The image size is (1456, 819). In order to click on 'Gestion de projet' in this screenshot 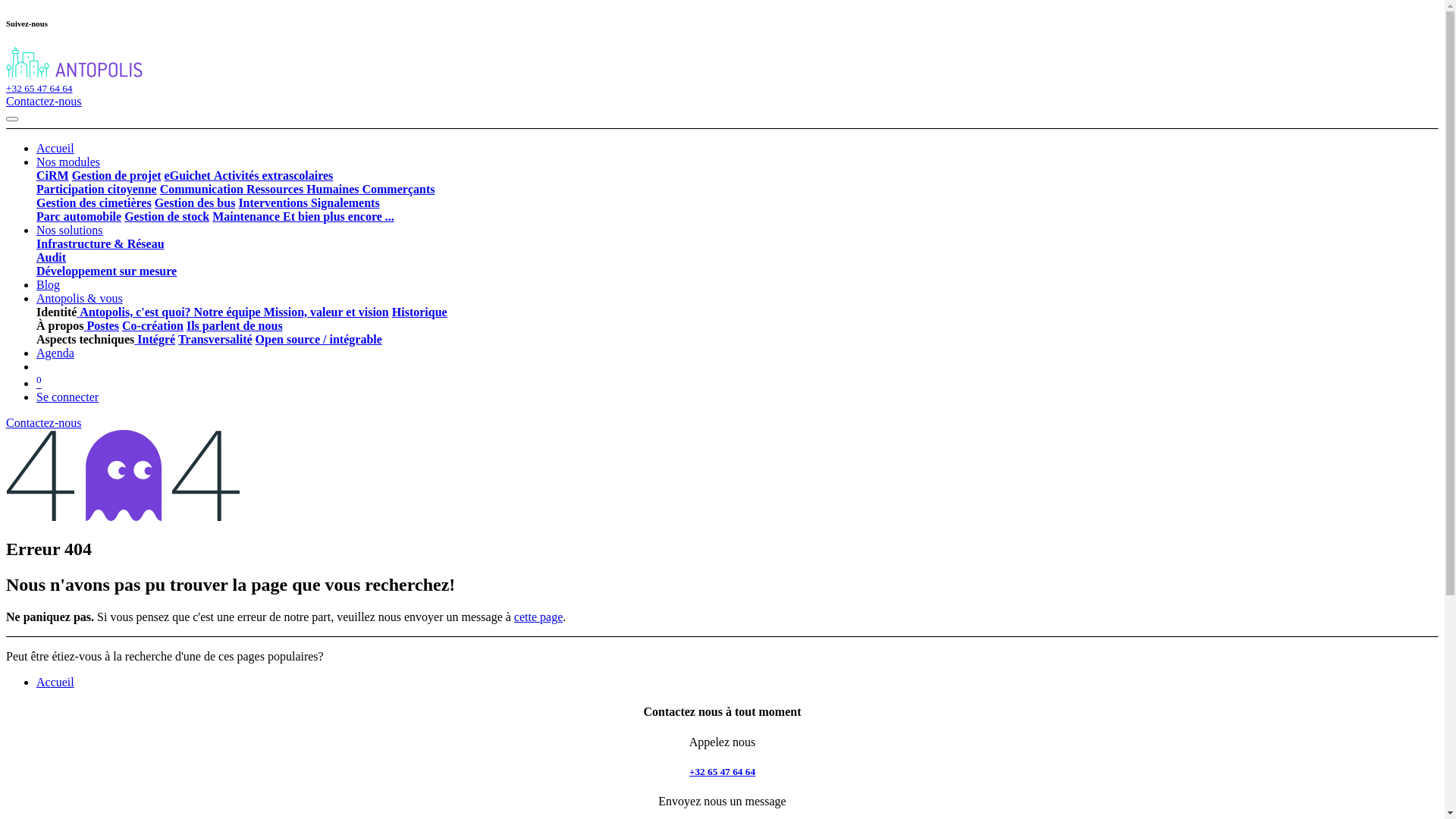, I will do `click(115, 174)`.